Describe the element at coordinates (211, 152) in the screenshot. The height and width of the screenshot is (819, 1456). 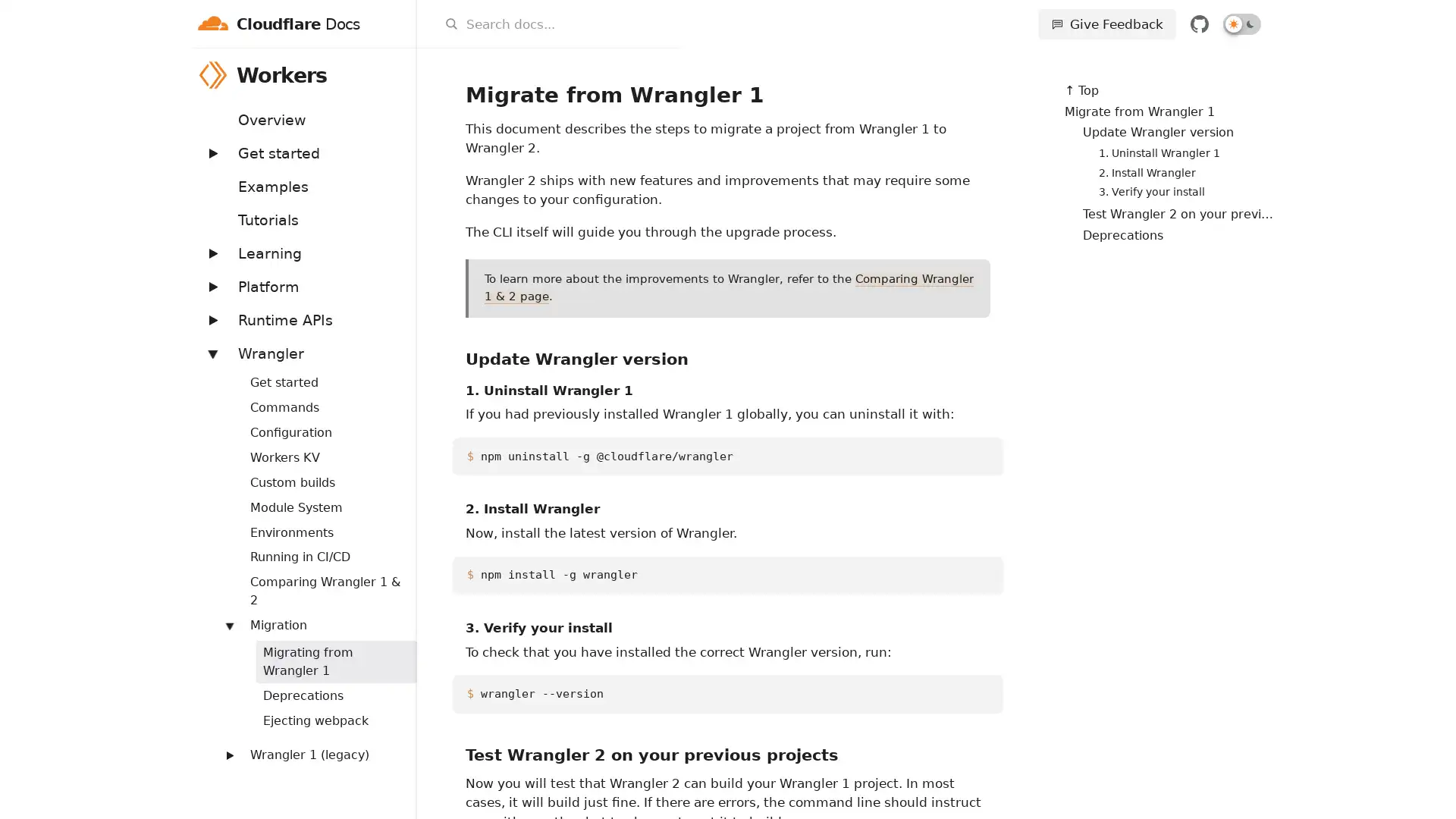
I see `Expand: Get started` at that location.